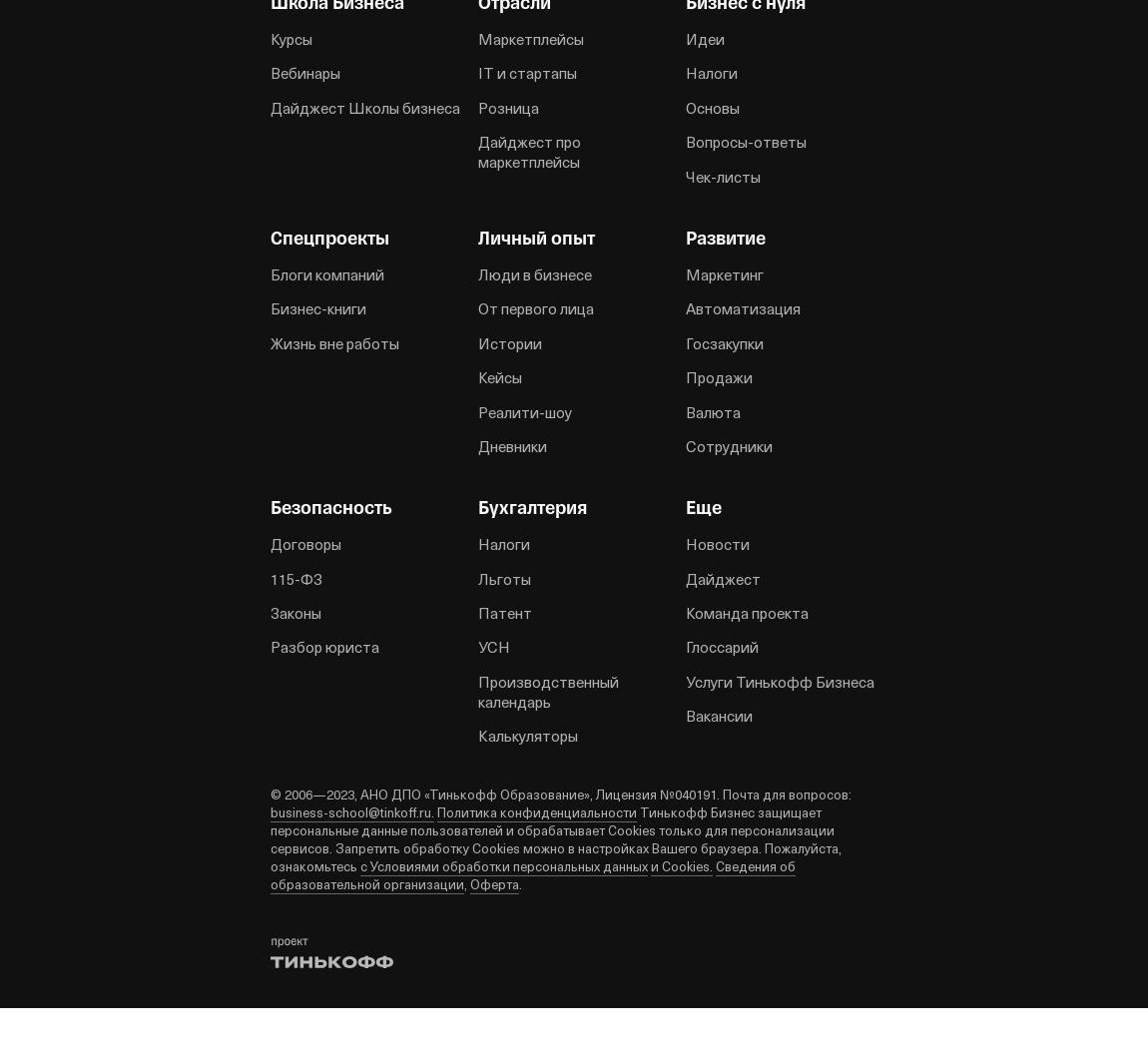 The image size is (1148, 1062). I want to click on 'Реалити-шоу', so click(525, 410).